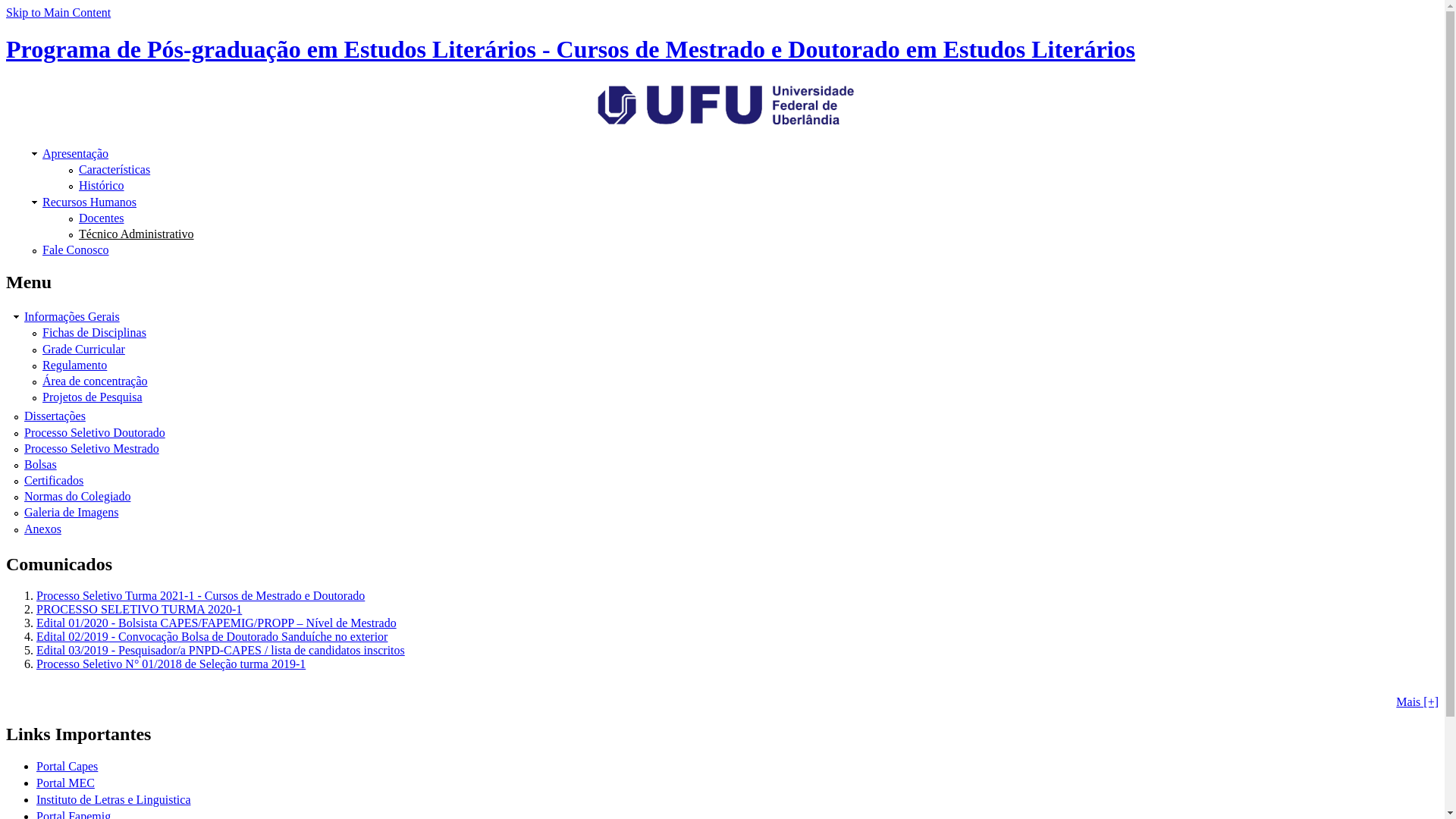  Describe the element at coordinates (139, 608) in the screenshot. I see `'PROCESSO SELETIVO TURMA 2020-1'` at that location.